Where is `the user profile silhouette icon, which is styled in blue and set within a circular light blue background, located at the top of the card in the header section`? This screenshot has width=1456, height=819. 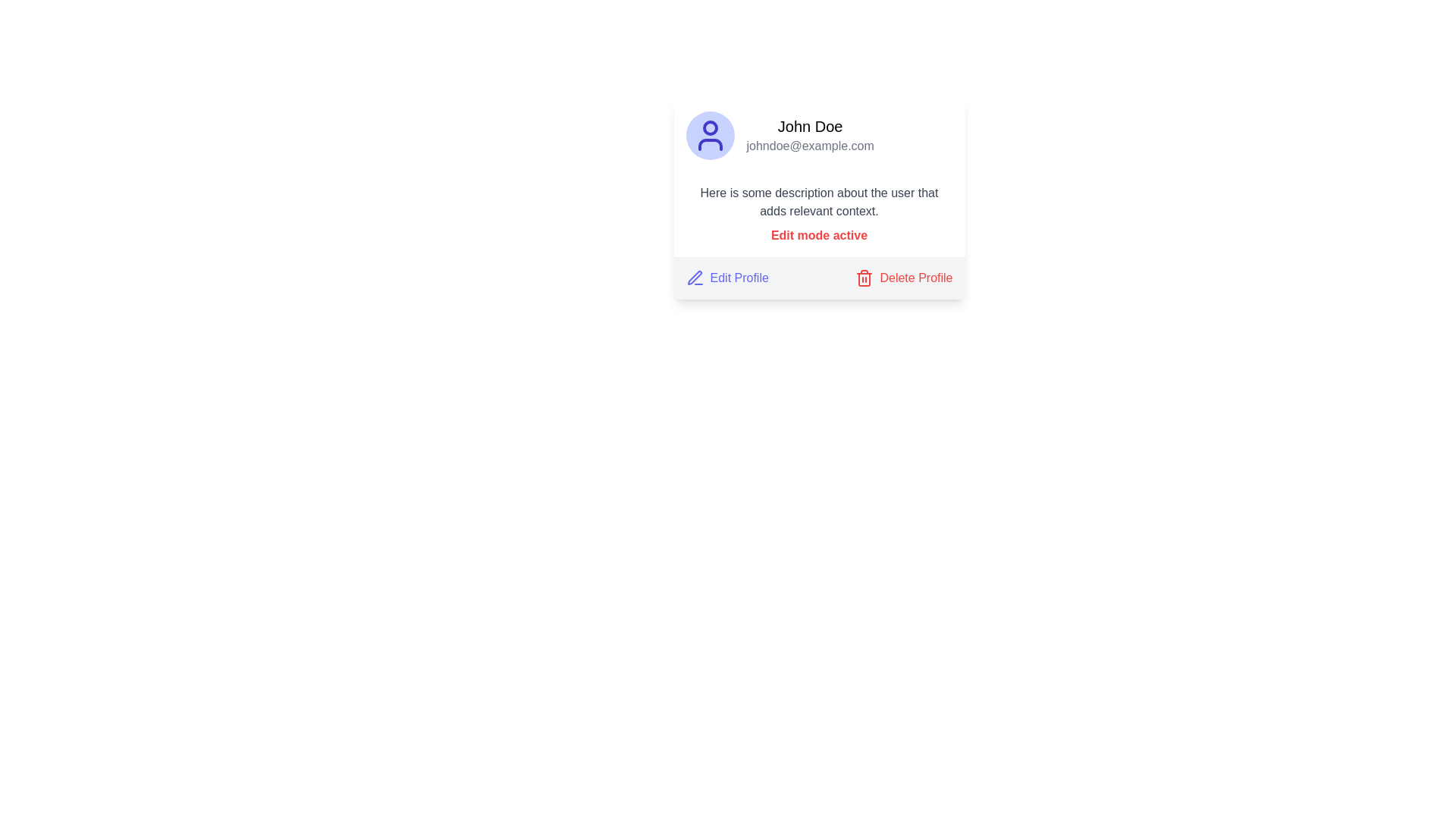 the user profile silhouette icon, which is styled in blue and set within a circular light blue background, located at the top of the card in the header section is located at coordinates (709, 134).